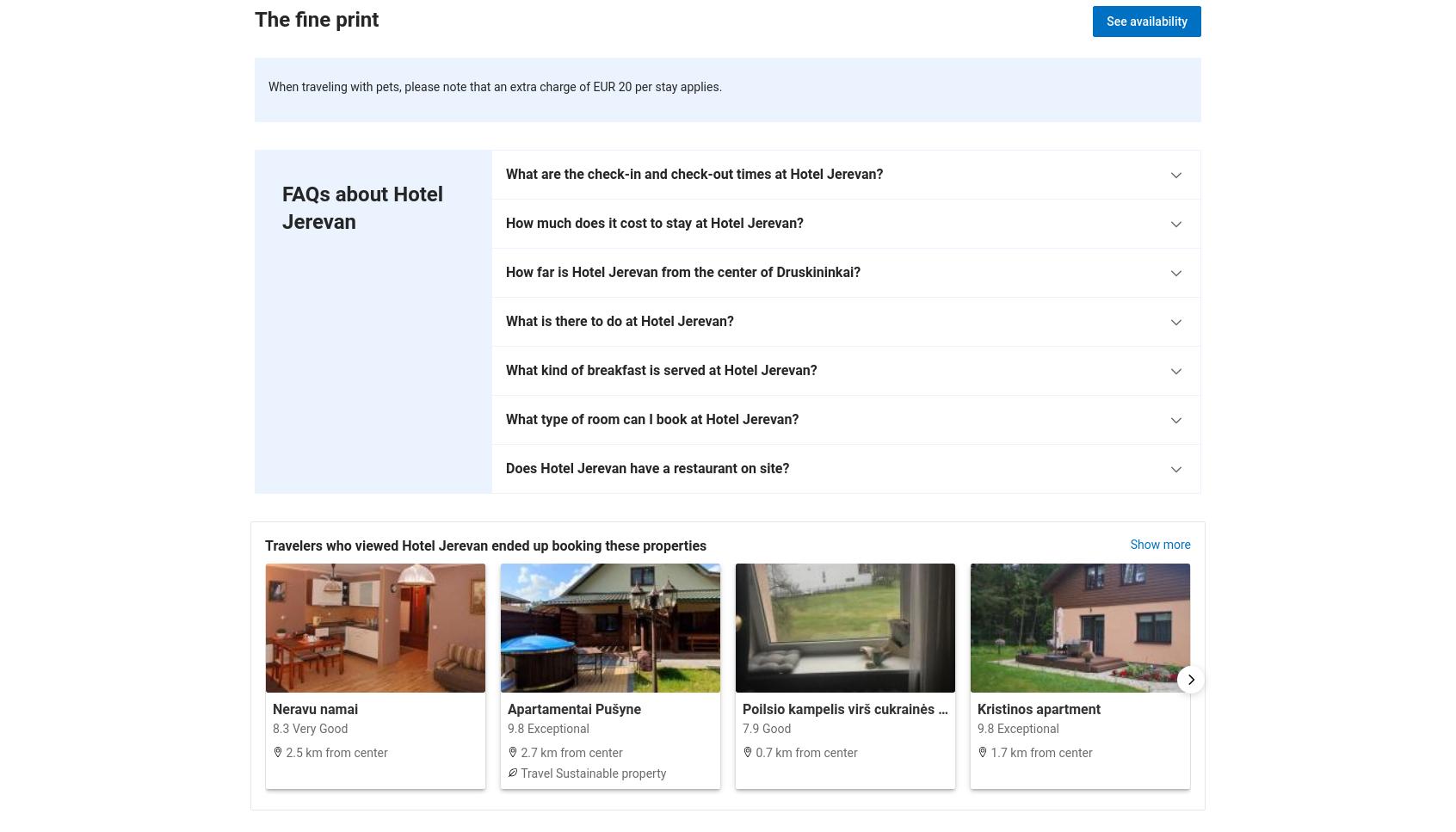 The width and height of the screenshot is (1456, 832). Describe the element at coordinates (494, 85) in the screenshot. I see `'When traveling with pets, please note that an extra charge of EUR 20 per stay applies.'` at that location.